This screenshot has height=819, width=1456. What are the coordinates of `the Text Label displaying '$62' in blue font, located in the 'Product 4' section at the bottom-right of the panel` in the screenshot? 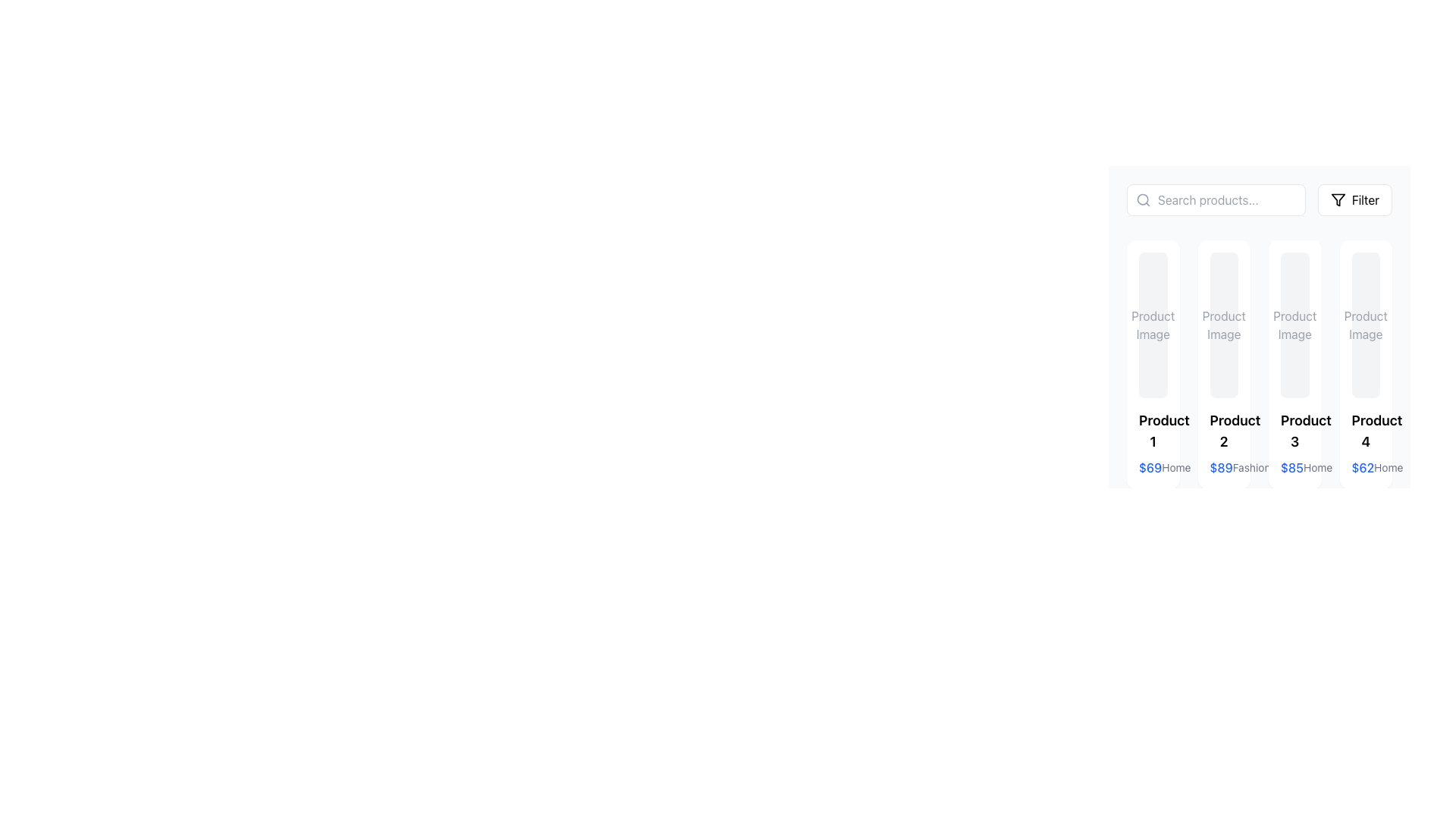 It's located at (1363, 467).